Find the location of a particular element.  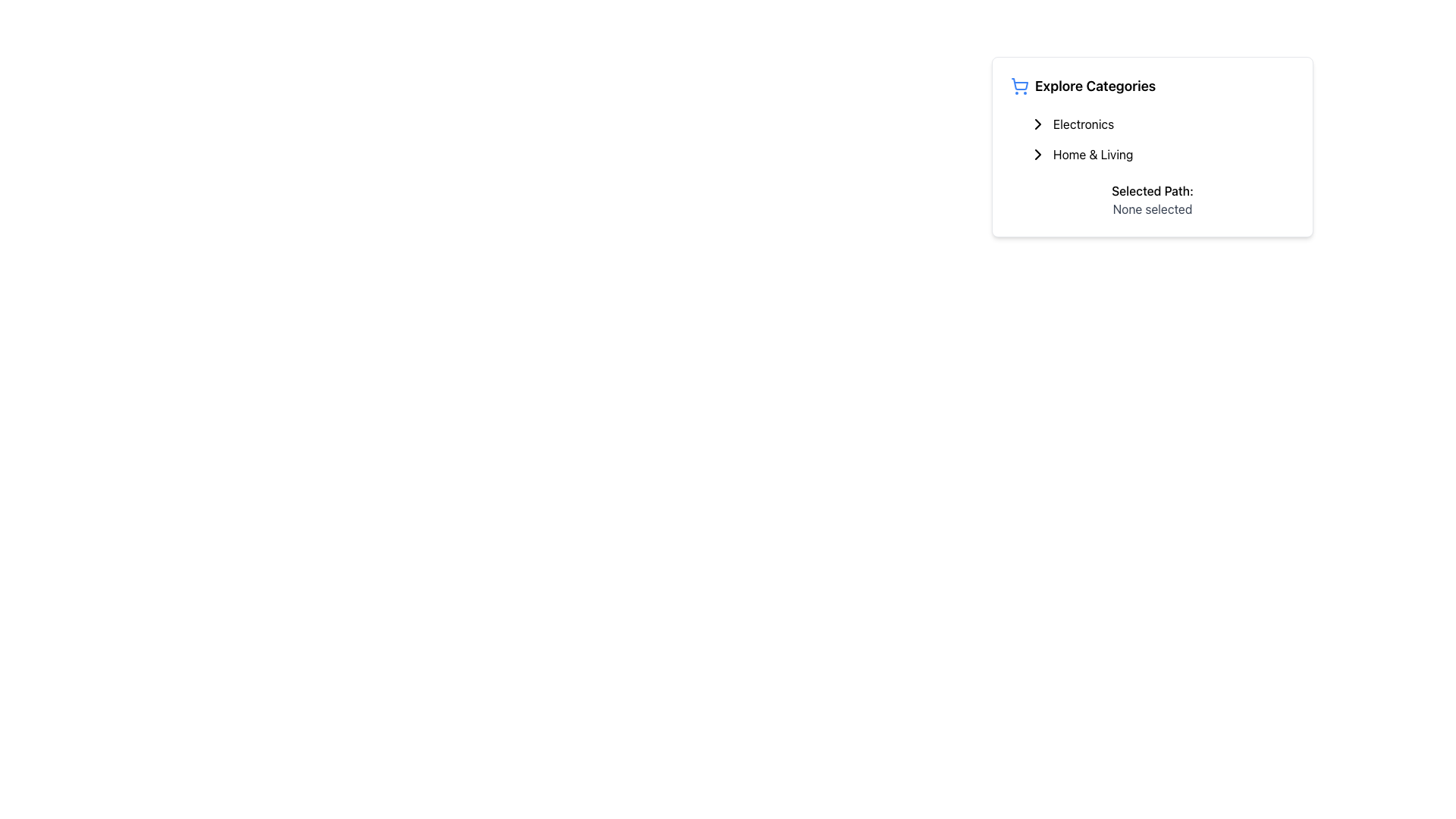

the blue outlined body of the shopping cart icon, which is the largest element within its SVG and centrally located is located at coordinates (1020, 84).